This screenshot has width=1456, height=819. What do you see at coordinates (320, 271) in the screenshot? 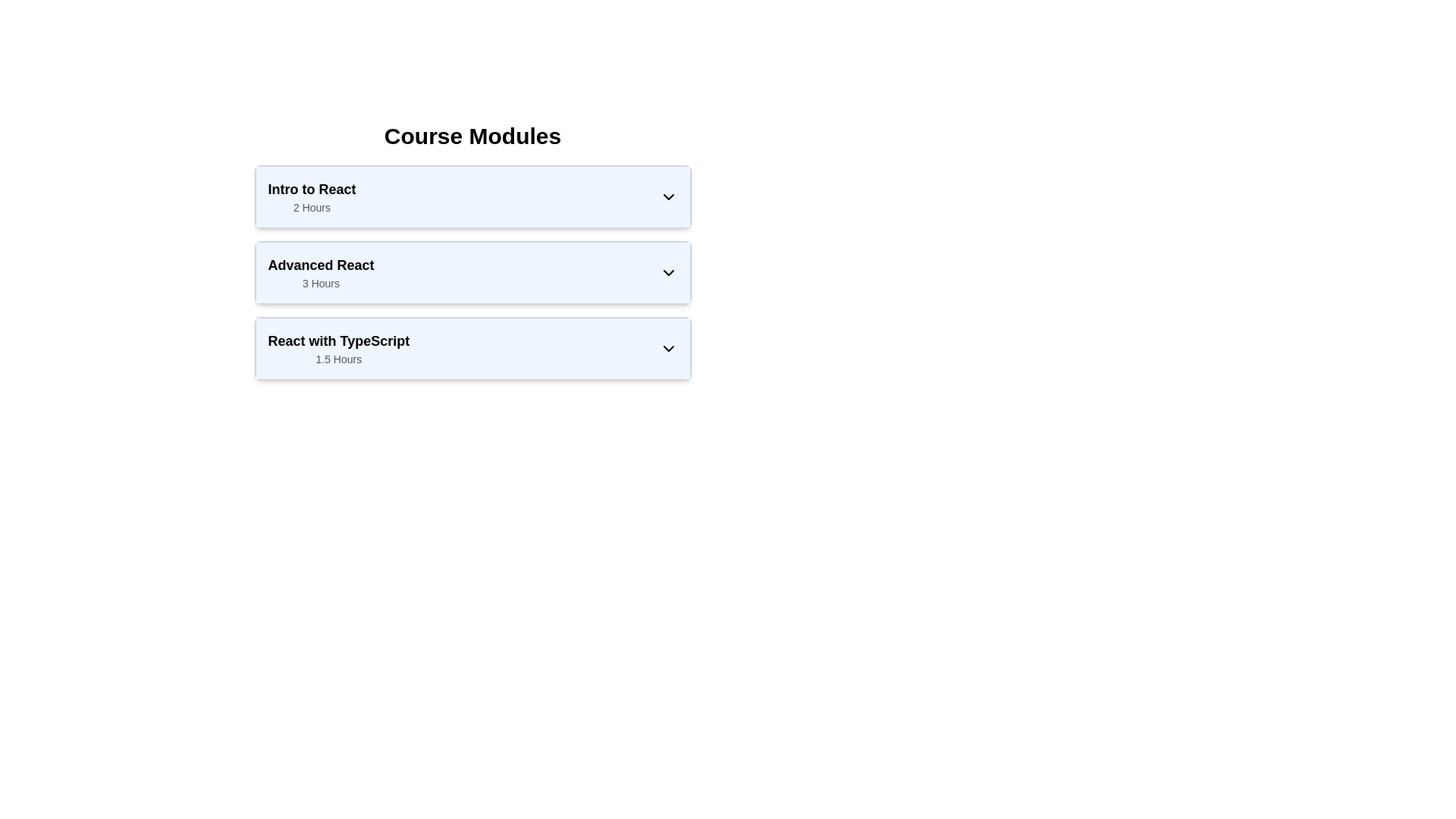
I see `the text-based display component that shows the title and duration of a specific course module, positioned between 'Intro to React' and 'React with TypeScript'` at bounding box center [320, 271].